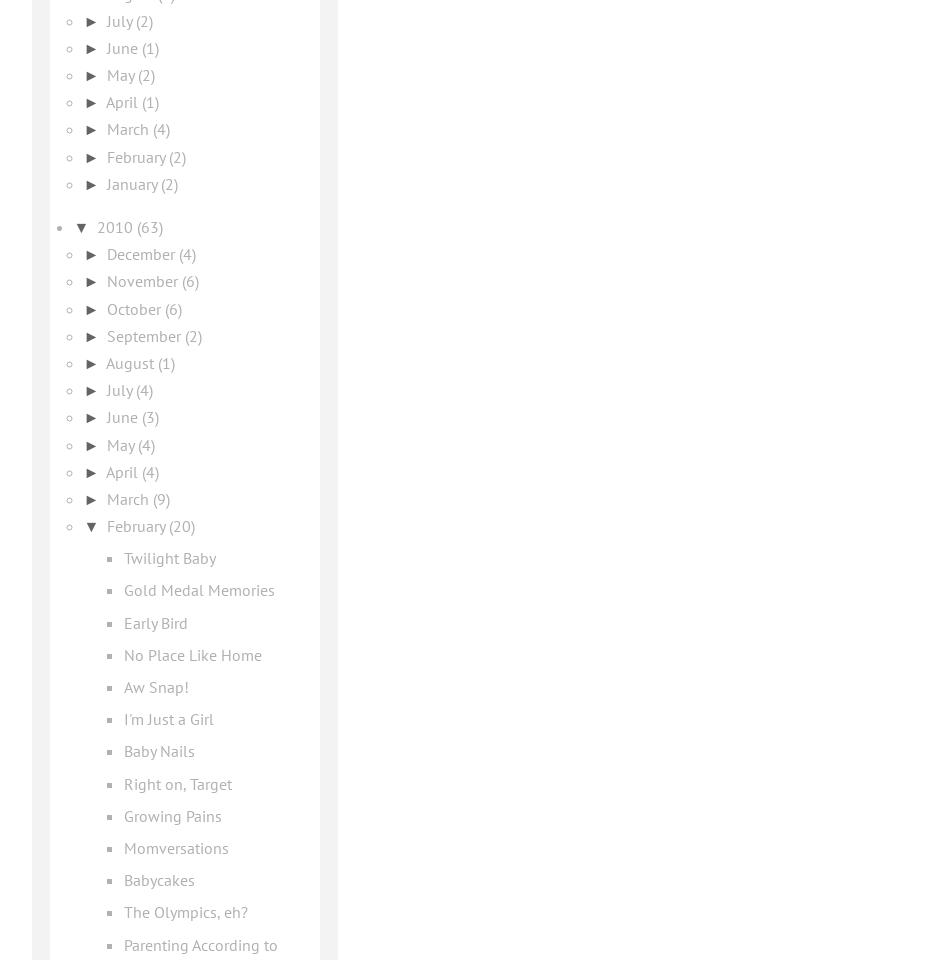 This screenshot has width=938, height=960. I want to click on 'December', so click(143, 253).